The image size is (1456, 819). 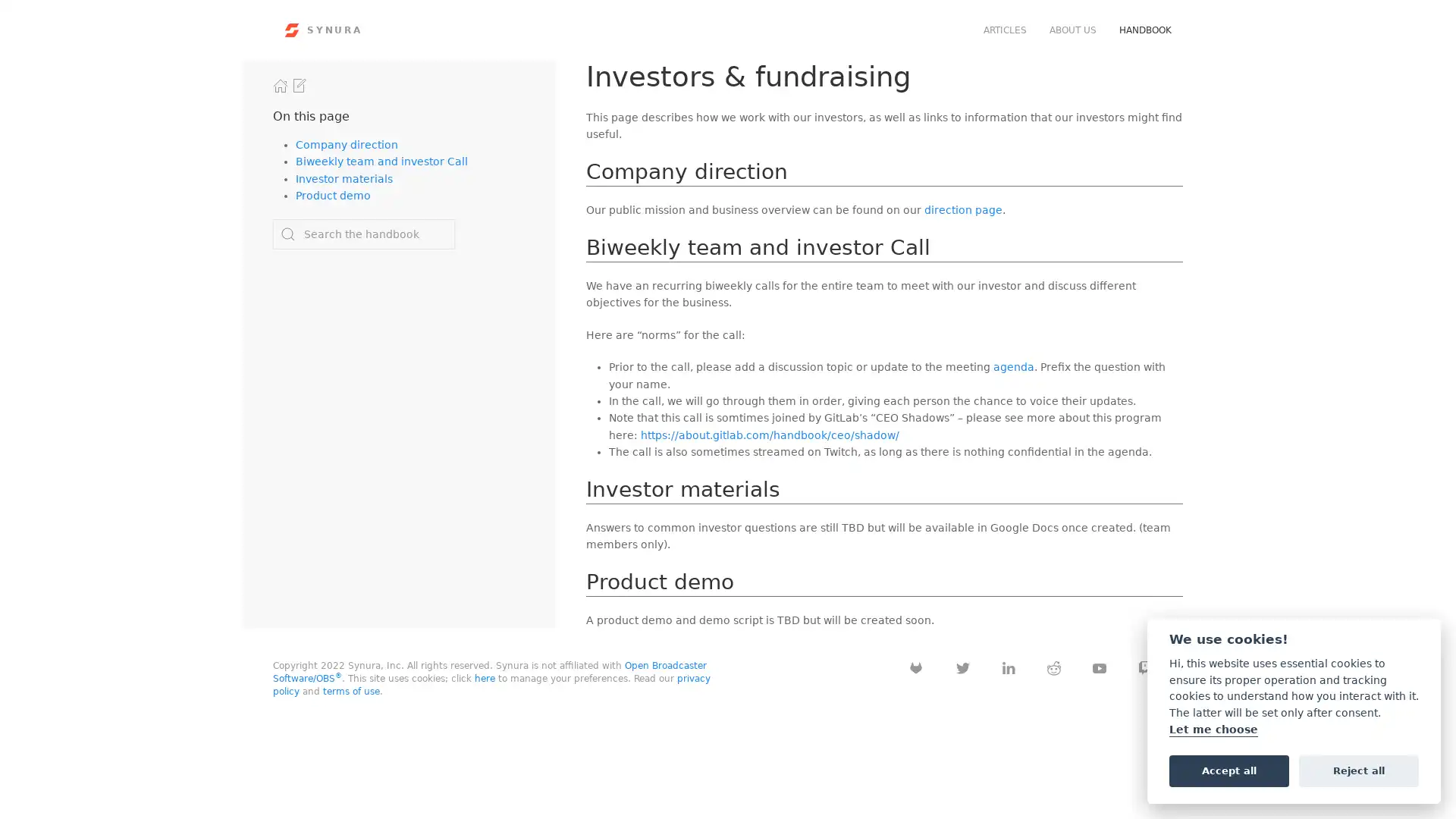 What do you see at coordinates (1228, 770) in the screenshot?
I see `Accept all` at bounding box center [1228, 770].